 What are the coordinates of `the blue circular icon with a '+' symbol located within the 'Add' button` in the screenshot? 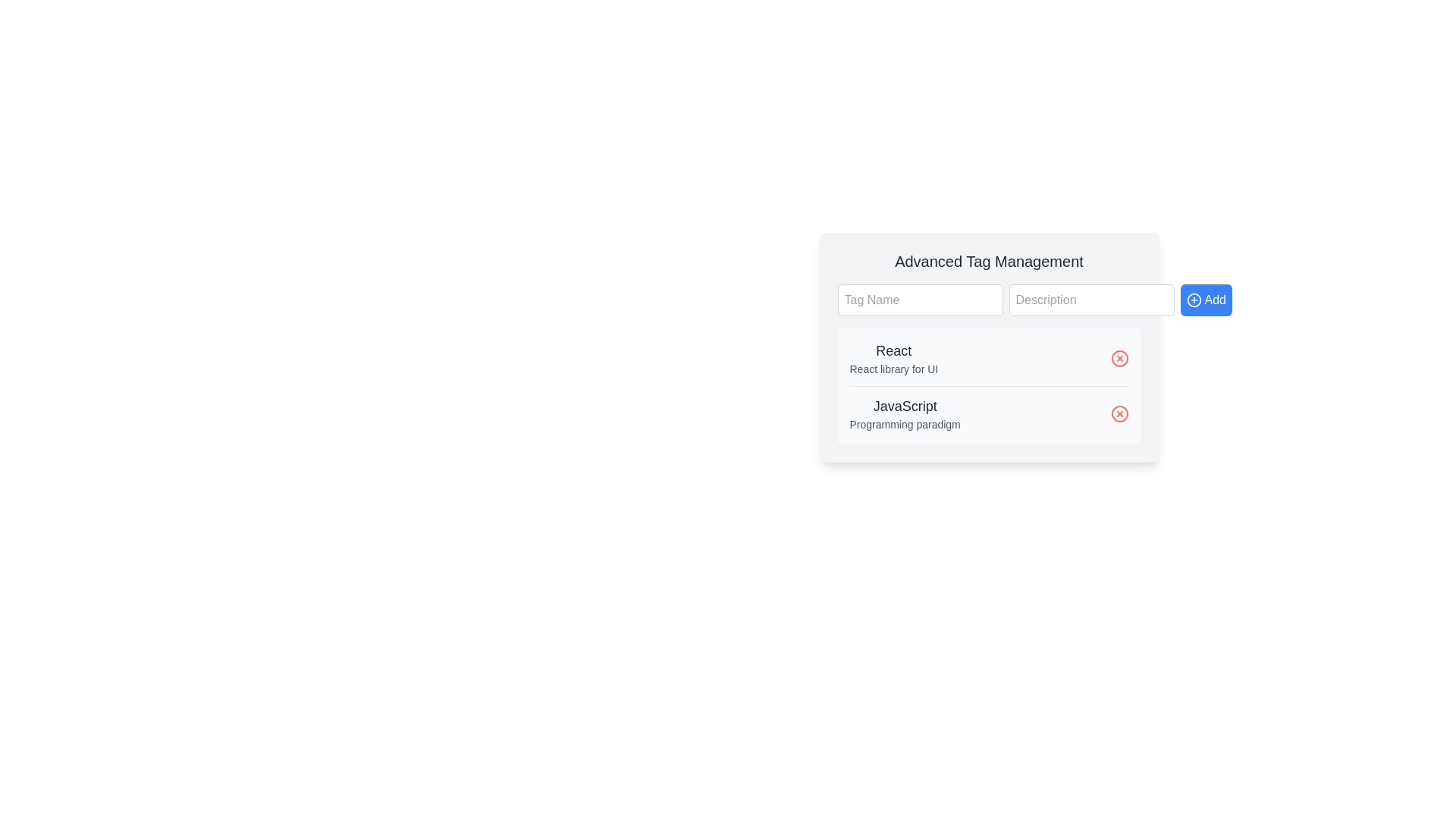 It's located at (1193, 300).